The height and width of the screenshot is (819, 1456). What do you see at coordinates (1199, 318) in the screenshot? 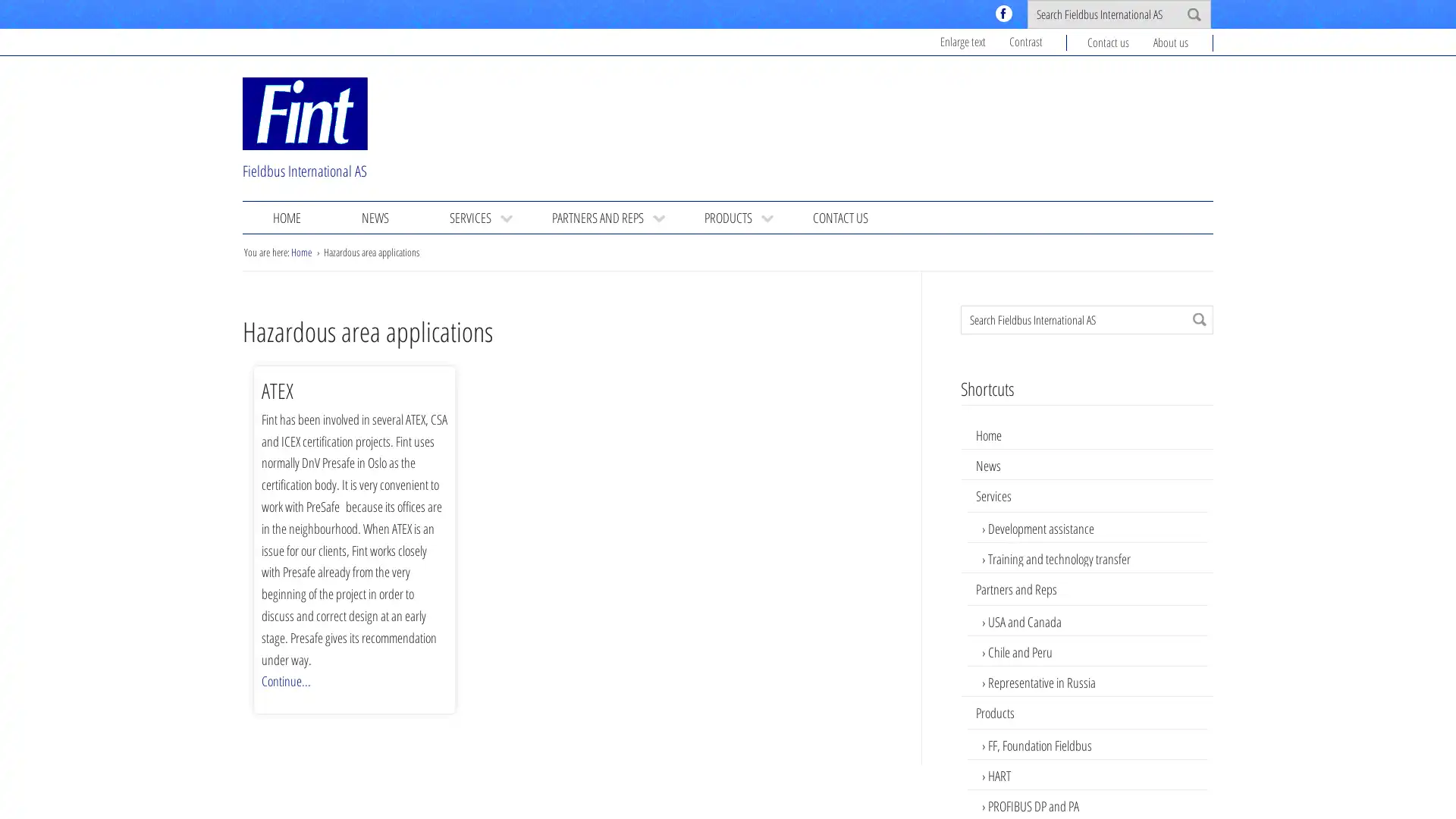
I see `Search` at bounding box center [1199, 318].